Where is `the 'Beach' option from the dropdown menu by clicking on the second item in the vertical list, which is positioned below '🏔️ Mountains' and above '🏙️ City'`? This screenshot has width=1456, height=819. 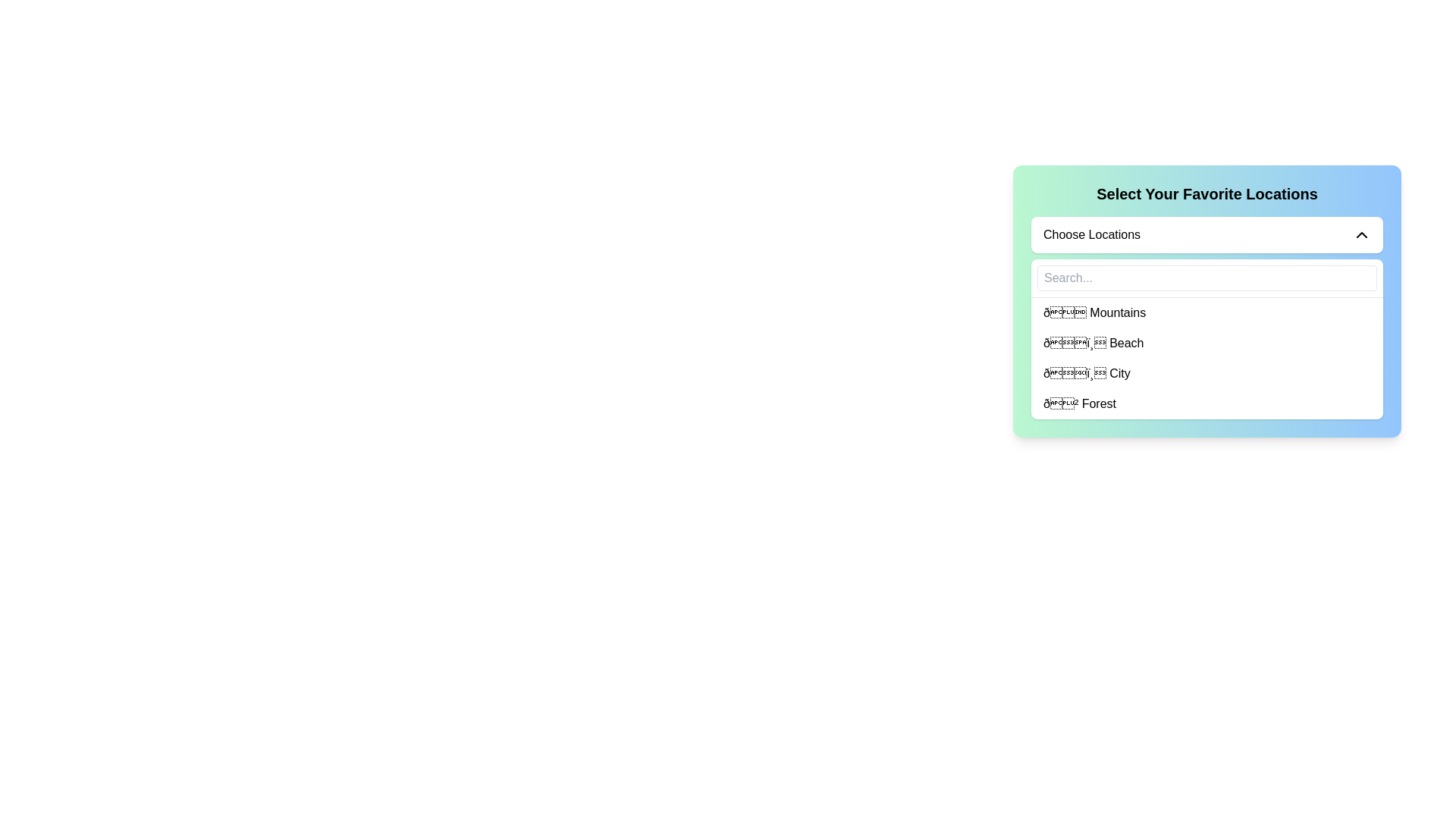 the 'Beach' option from the dropdown menu by clicking on the second item in the vertical list, which is positioned below '🏔️ Mountains' and above '🏙️ City' is located at coordinates (1207, 343).